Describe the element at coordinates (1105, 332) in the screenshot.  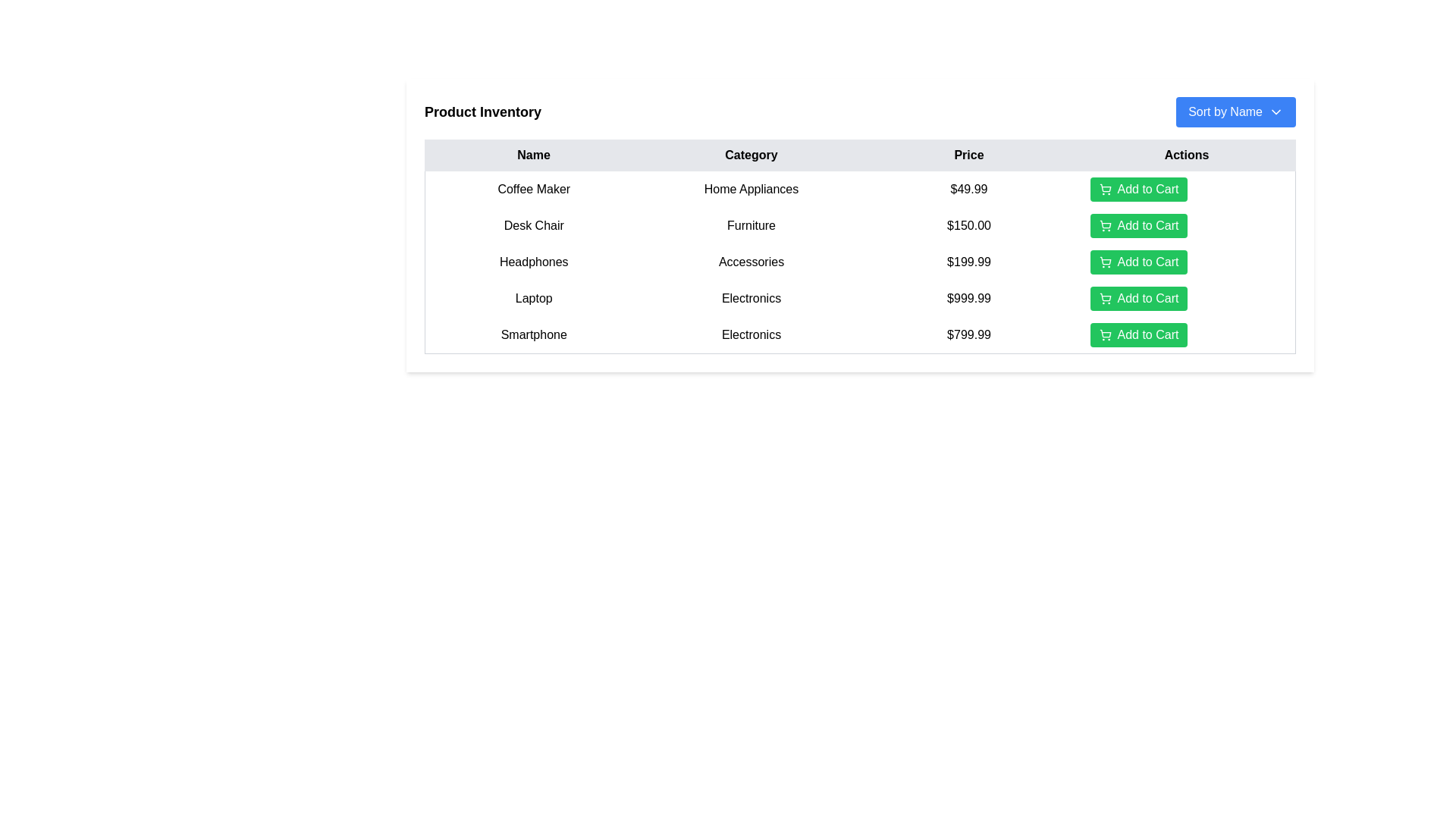
I see `the visual representation of the 'Add to Cart' icon located in the last column under the 'Actions' header for the 'Smartphone' item` at that location.